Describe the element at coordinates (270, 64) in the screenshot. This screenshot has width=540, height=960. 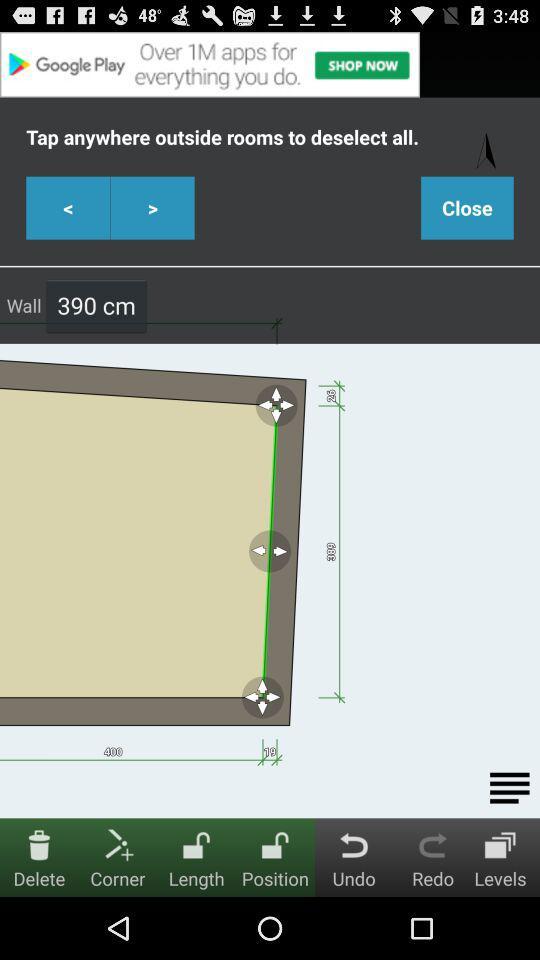
I see `click advertisements` at that location.